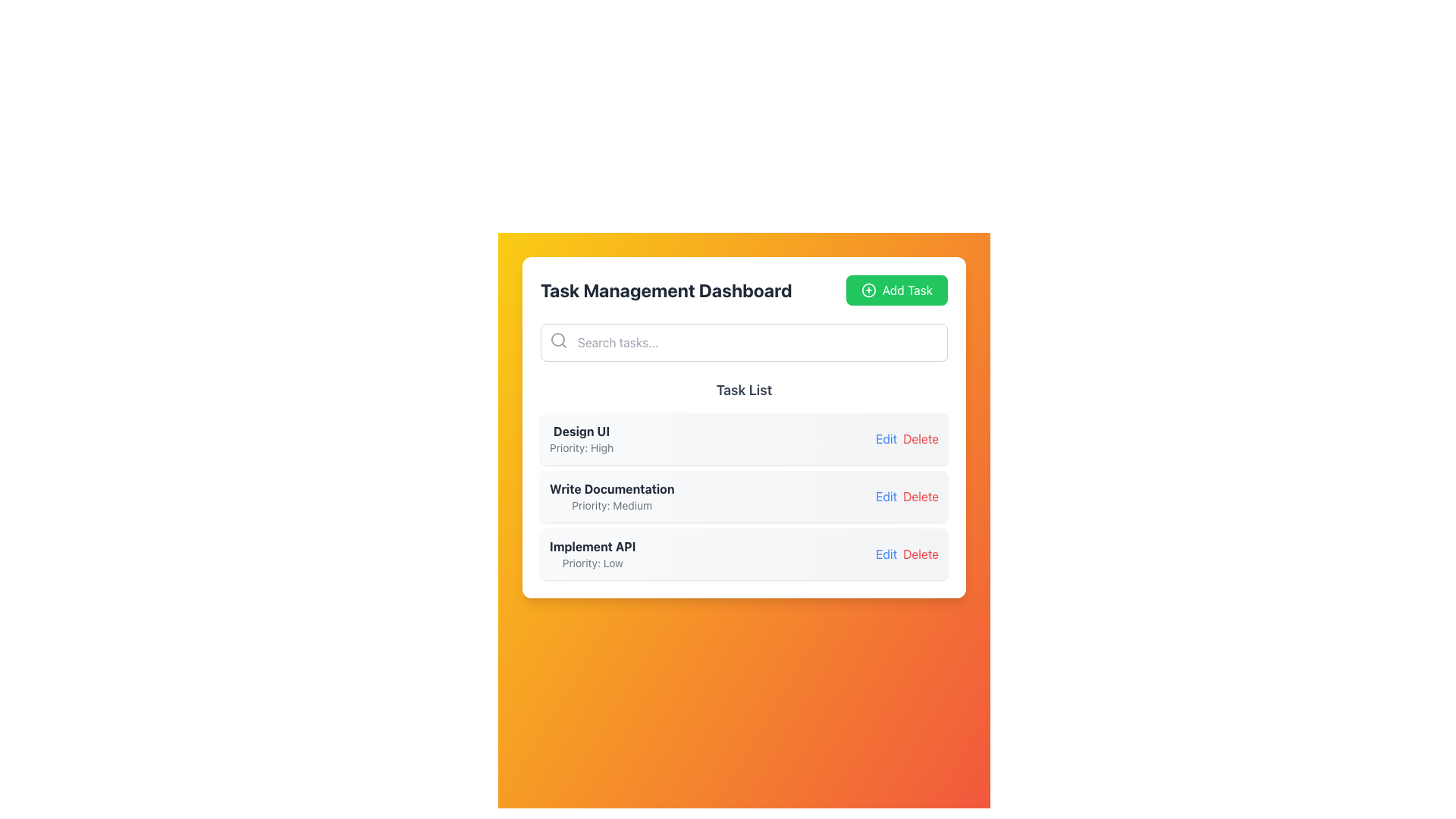 This screenshot has height=819, width=1456. Describe the element at coordinates (868, 290) in the screenshot. I see `the circular outline of the '+' icon located at the center of the 'Add Task' button in the task management dashboard interface` at that location.